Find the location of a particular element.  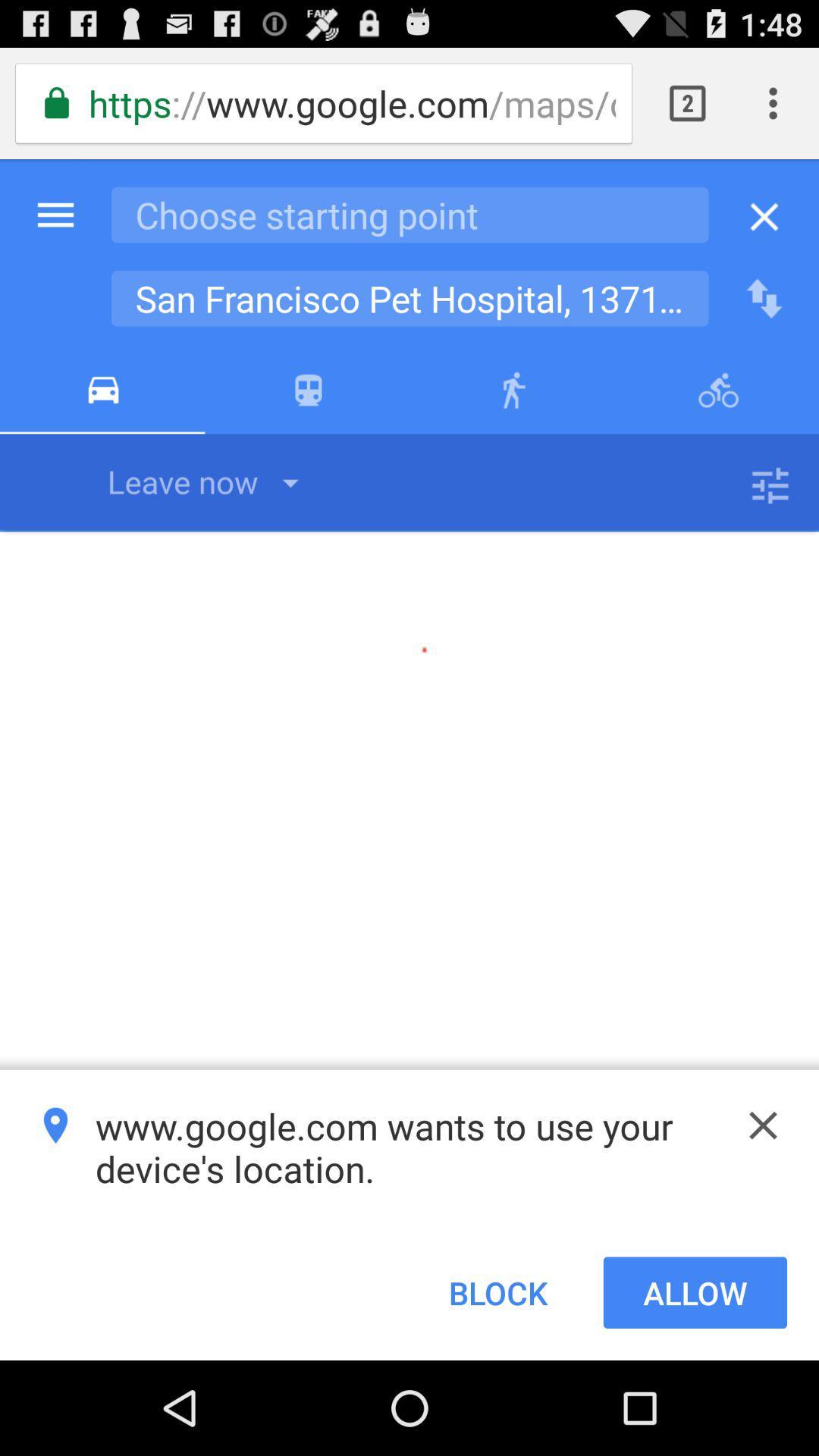

the close icon is located at coordinates (763, 1203).